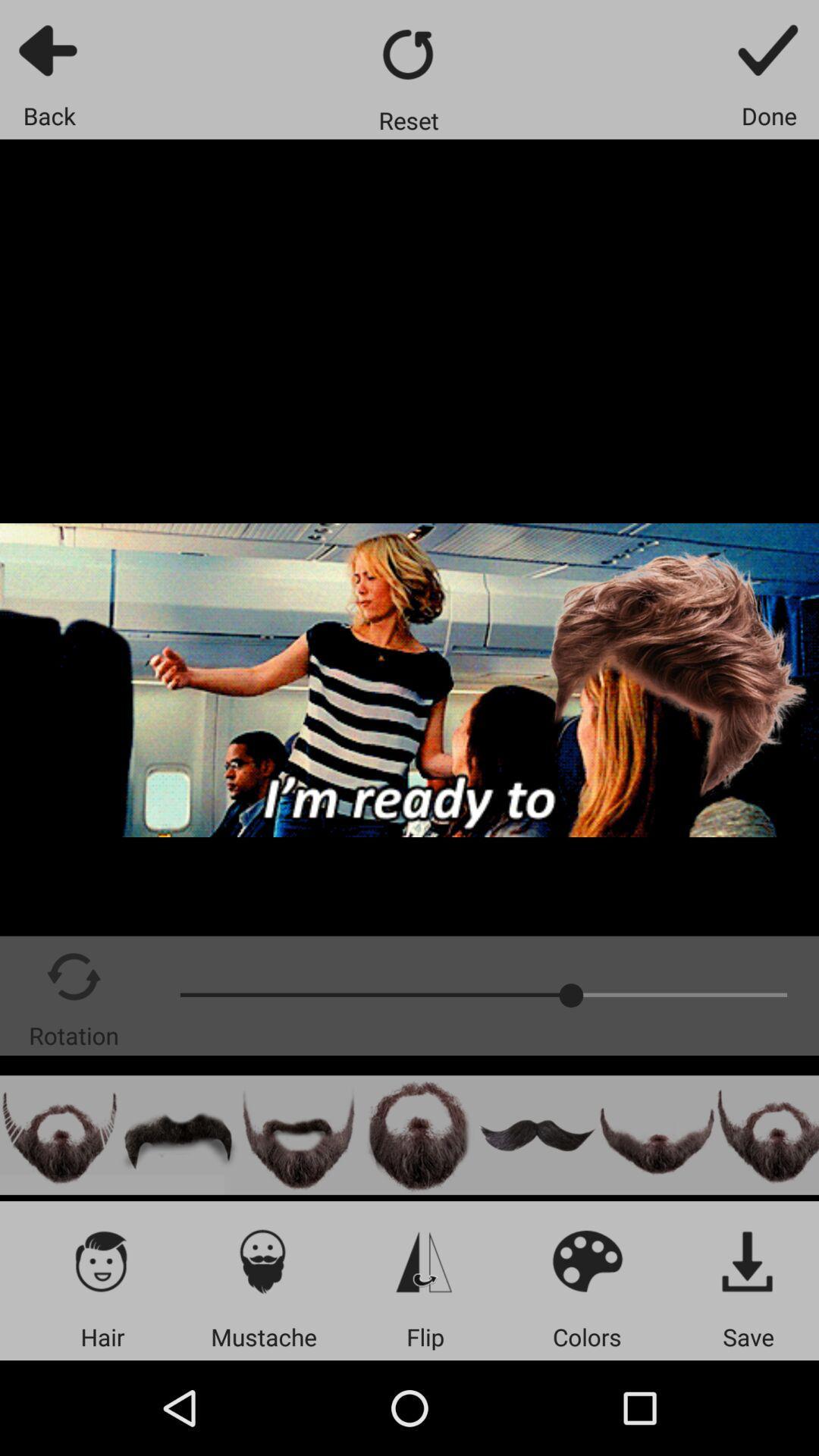 The width and height of the screenshot is (819, 1456). I want to click on a filter of a beard, so click(656, 1135).